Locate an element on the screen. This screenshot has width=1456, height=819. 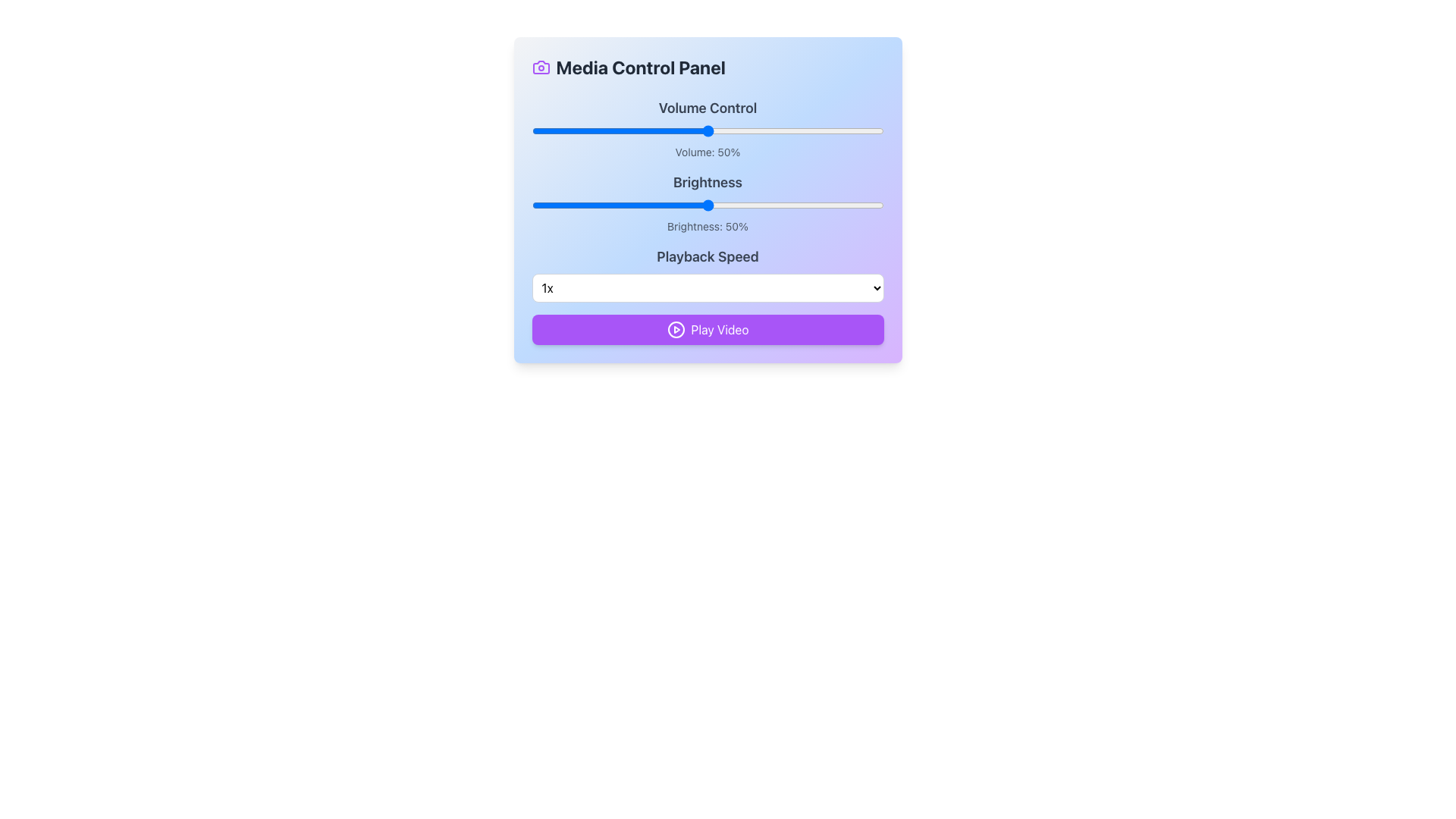
the volume is located at coordinates (675, 130).